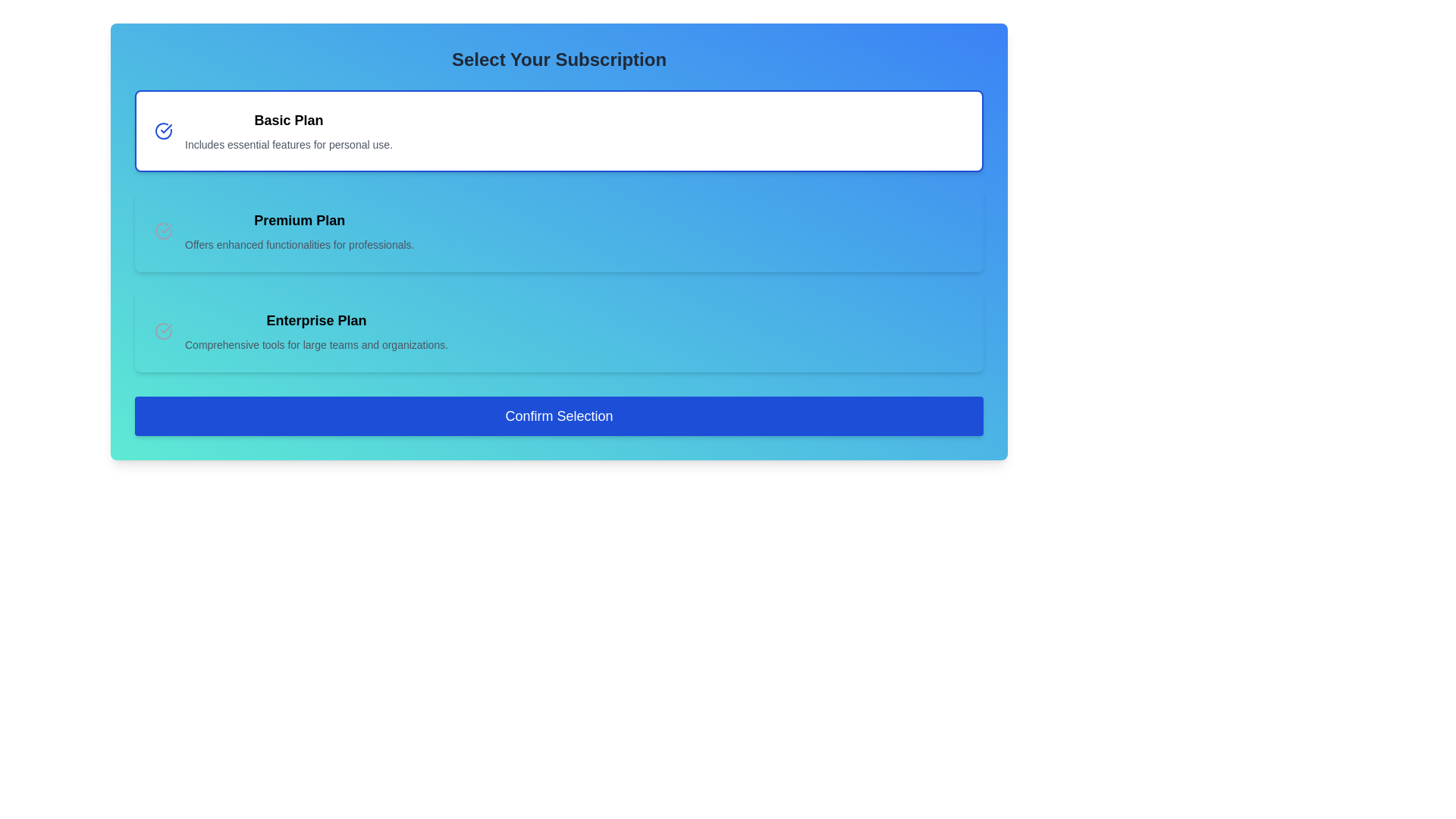  I want to click on the centered title text labeled 'Select Your Subscription', which is styled in a large, bold, dark grey font, positioned at the top-center of the subscription selection panel, so click(558, 58).